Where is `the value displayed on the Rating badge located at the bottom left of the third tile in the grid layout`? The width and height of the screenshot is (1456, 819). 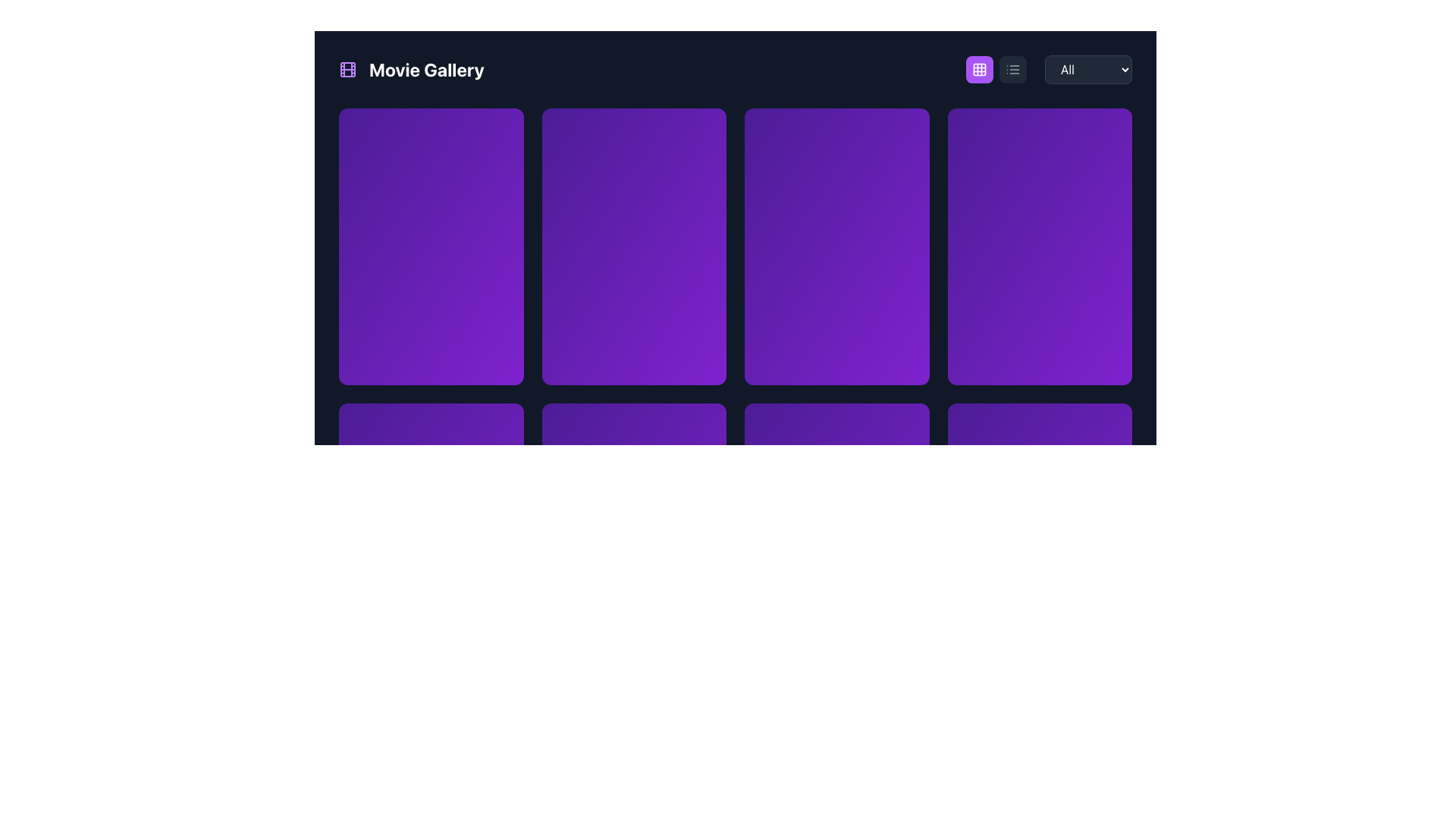 the value displayed on the Rating badge located at the bottom left of the third tile in the grid layout is located at coordinates (372, 428).